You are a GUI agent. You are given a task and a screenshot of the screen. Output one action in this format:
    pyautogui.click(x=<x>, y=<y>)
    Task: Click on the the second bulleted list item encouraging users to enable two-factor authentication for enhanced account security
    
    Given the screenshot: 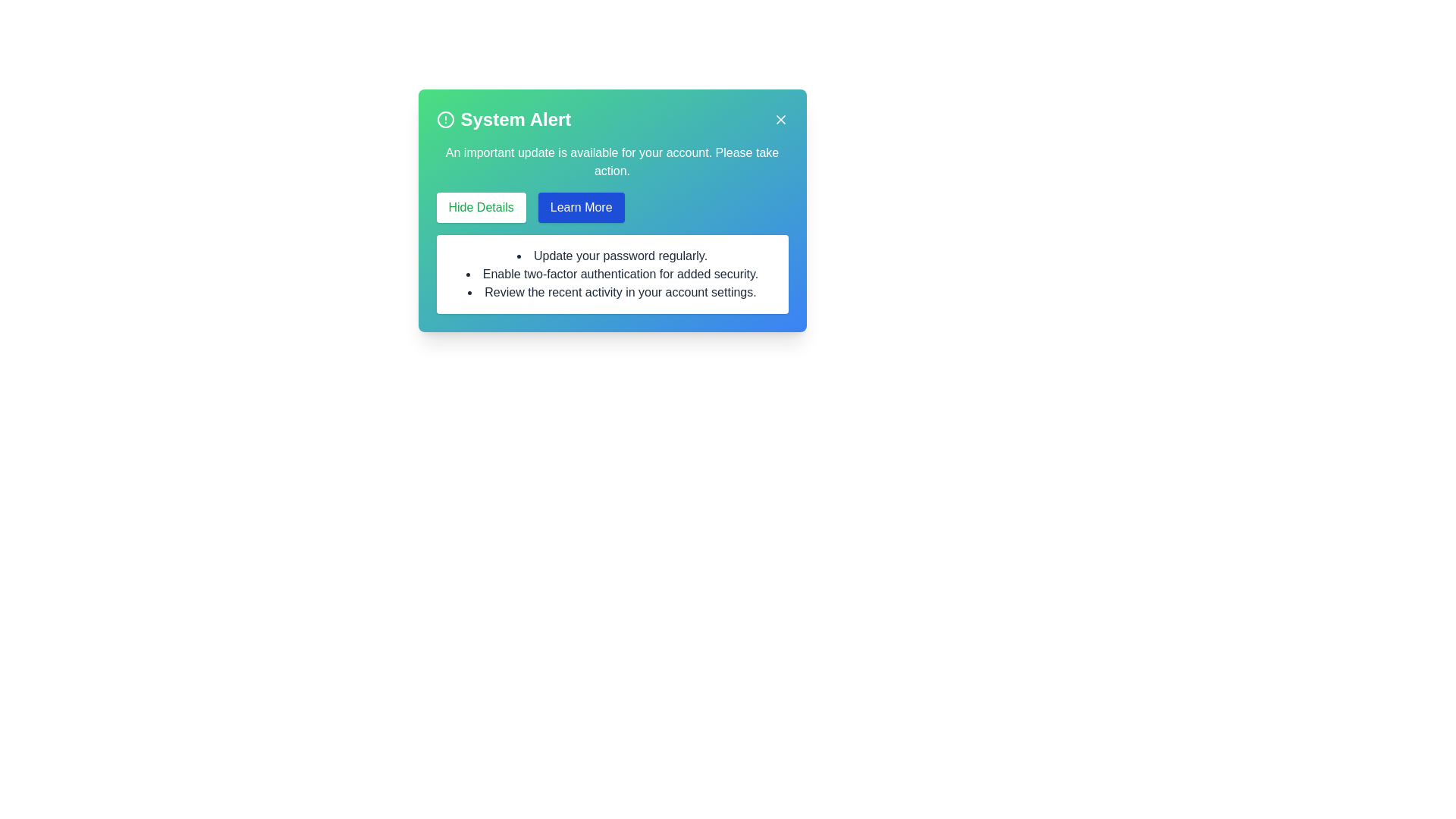 What is the action you would take?
    pyautogui.click(x=612, y=275)
    